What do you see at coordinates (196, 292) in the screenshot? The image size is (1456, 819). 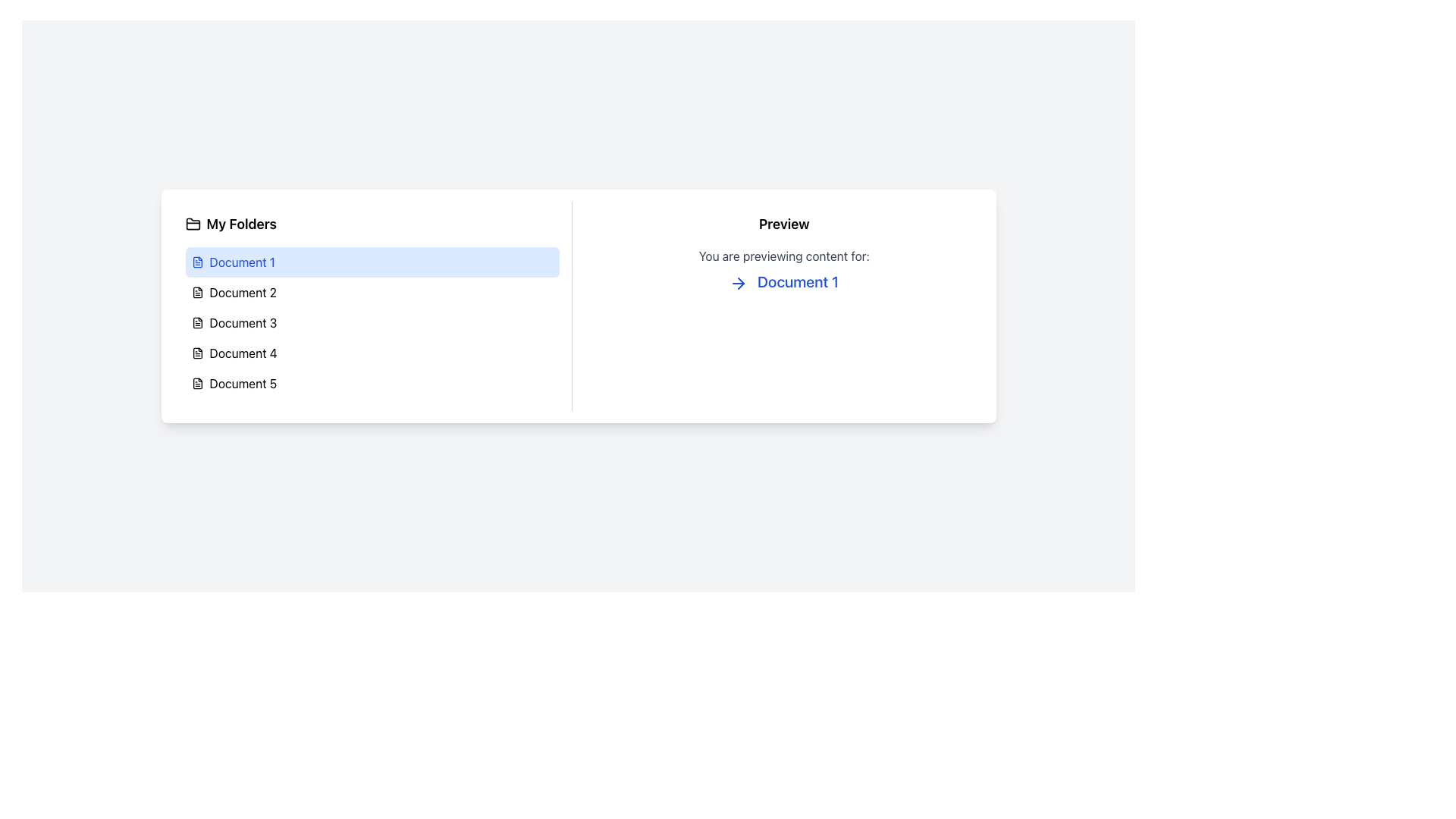 I see `the small file icon representing 'Document 2', which is located in the left panel of the list interface, immediately to the left of its label` at bounding box center [196, 292].